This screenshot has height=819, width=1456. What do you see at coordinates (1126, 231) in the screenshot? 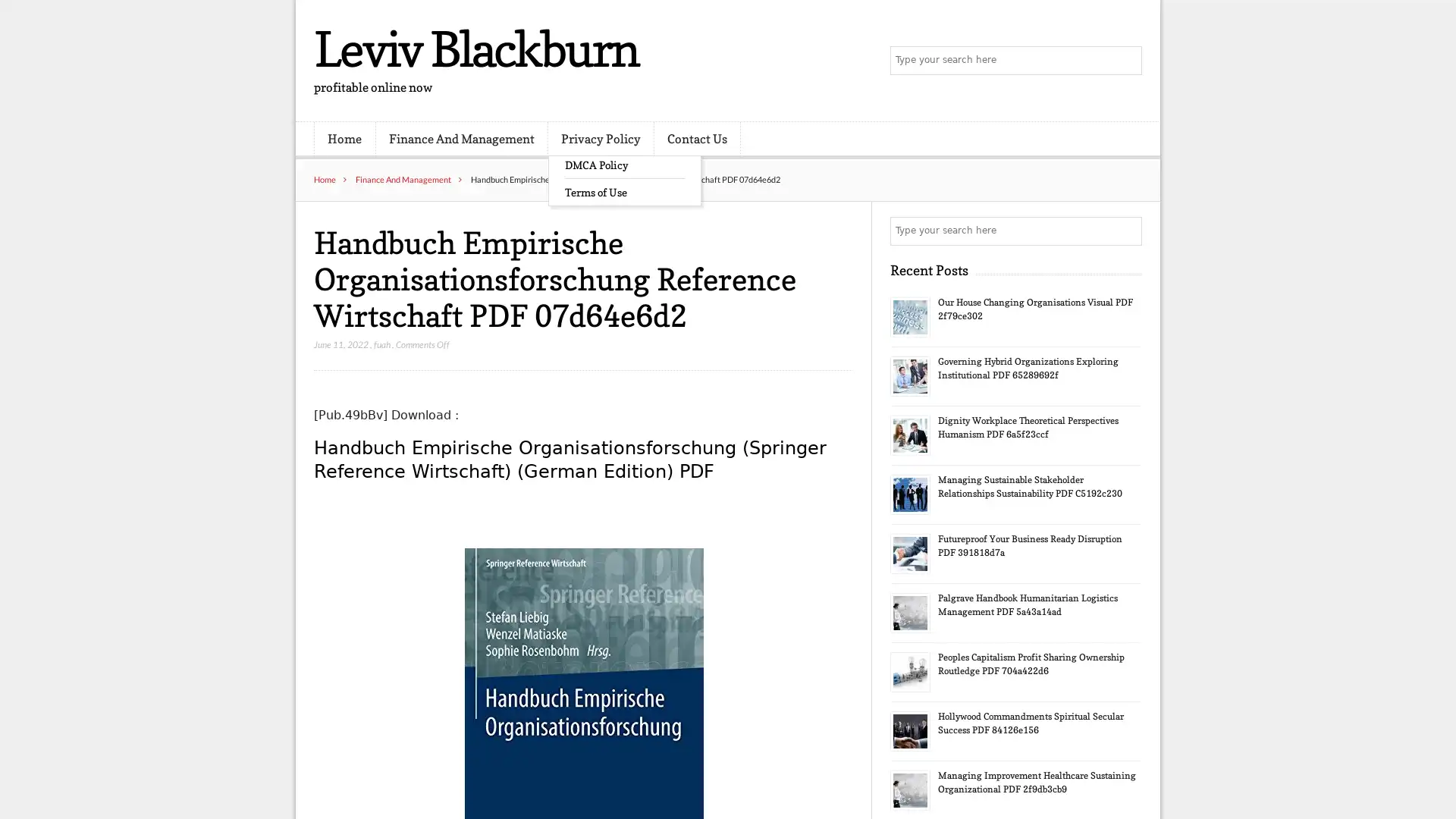
I see `Search` at bounding box center [1126, 231].